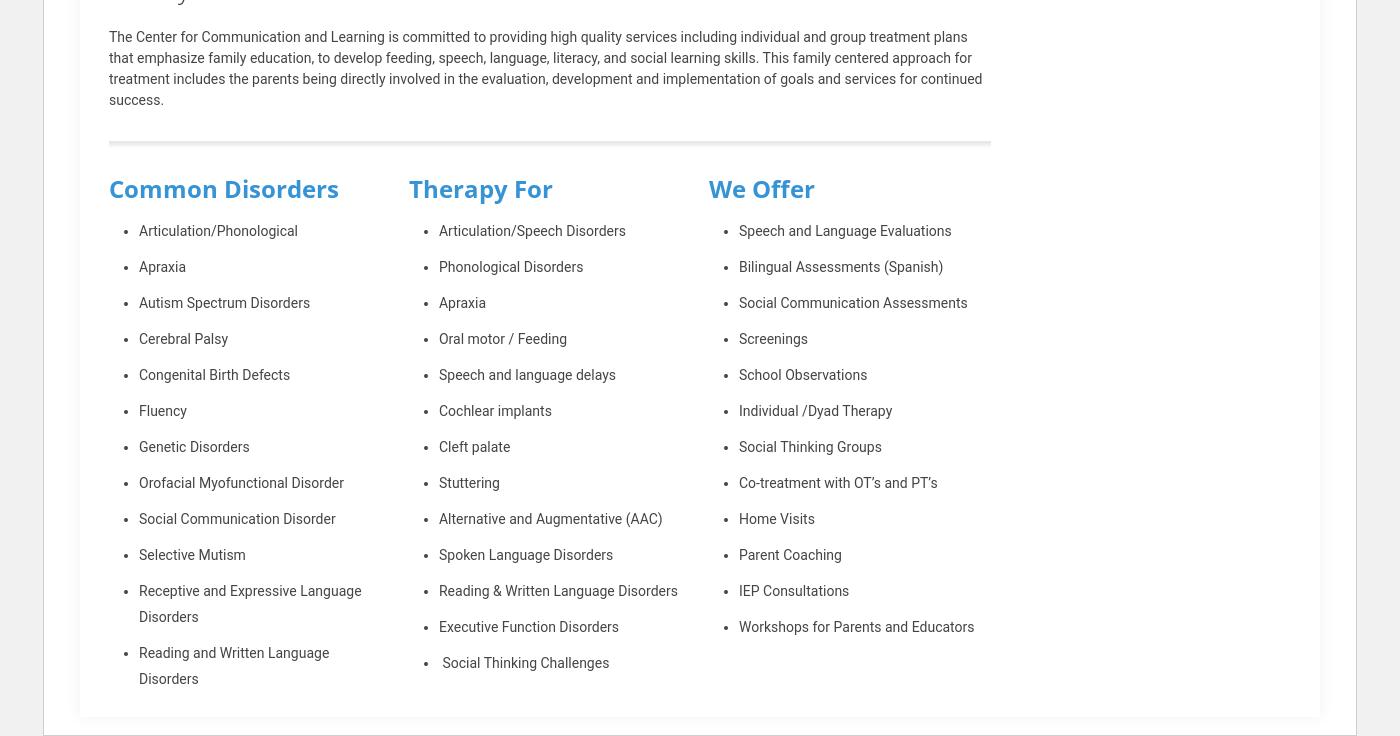  Describe the element at coordinates (789, 554) in the screenshot. I see `'Parent Coaching'` at that location.